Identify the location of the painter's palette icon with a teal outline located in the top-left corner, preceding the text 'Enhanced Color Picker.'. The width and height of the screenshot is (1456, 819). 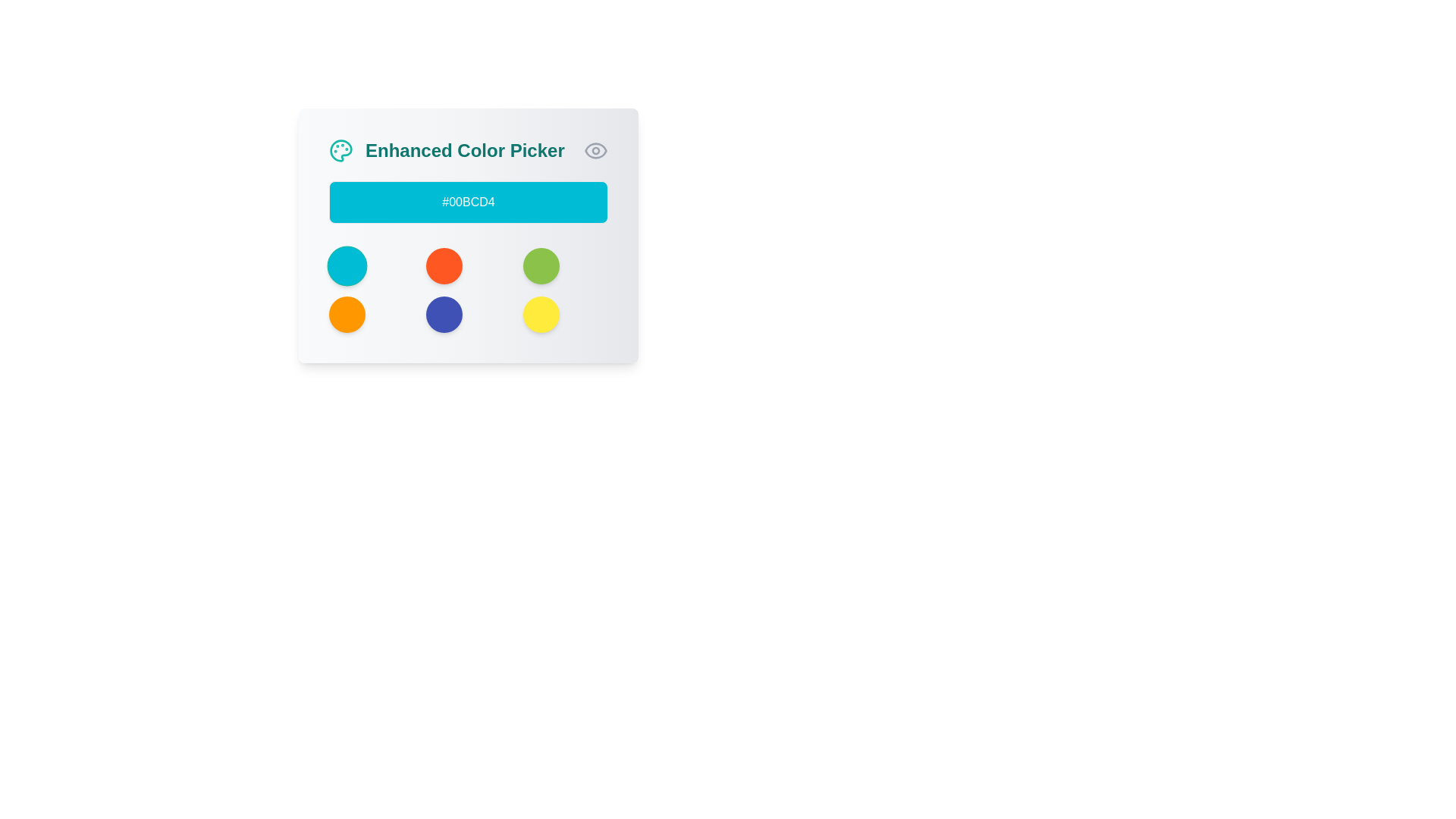
(340, 151).